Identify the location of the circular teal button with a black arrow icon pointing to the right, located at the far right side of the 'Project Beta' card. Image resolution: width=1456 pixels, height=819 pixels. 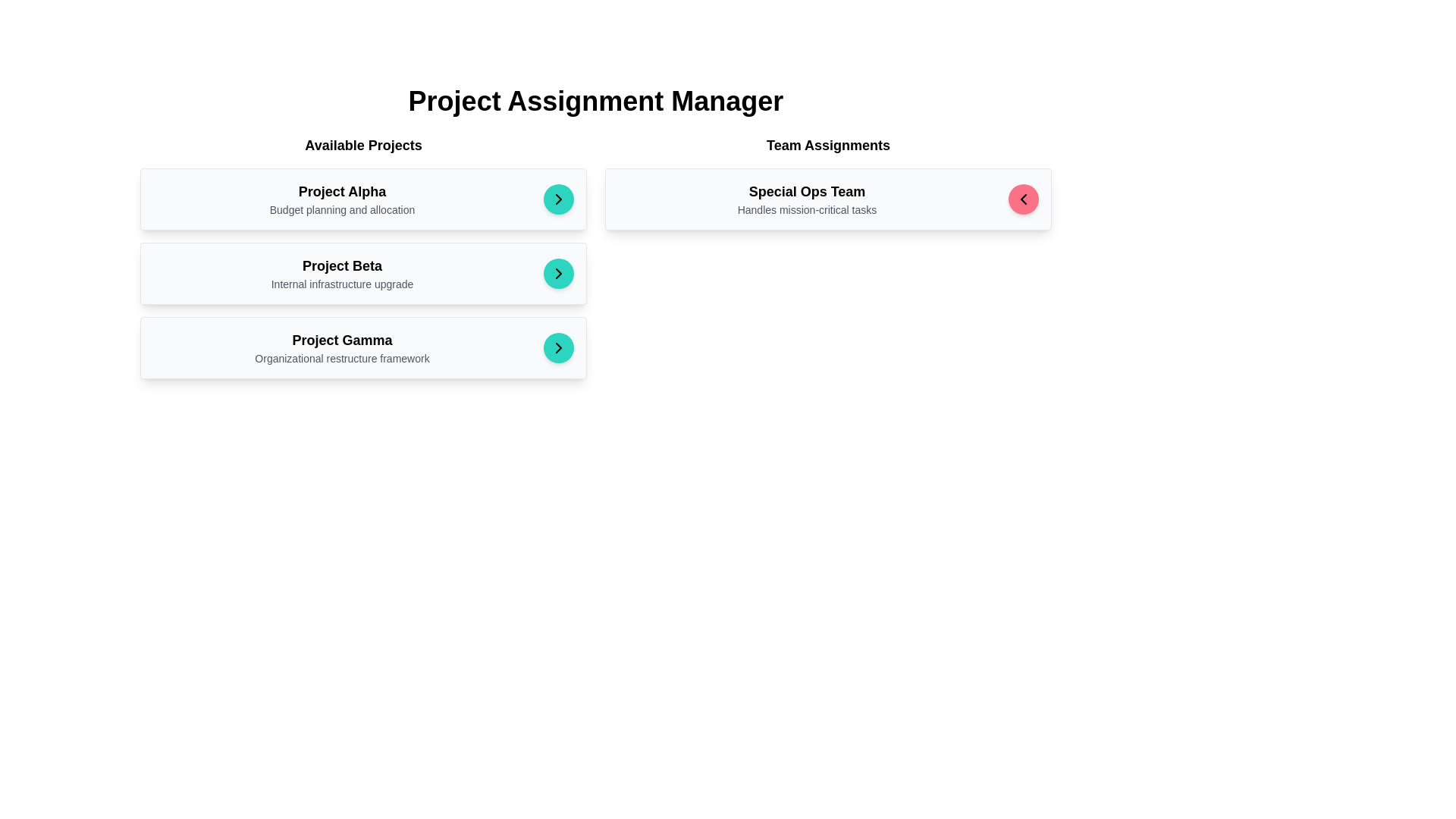
(558, 274).